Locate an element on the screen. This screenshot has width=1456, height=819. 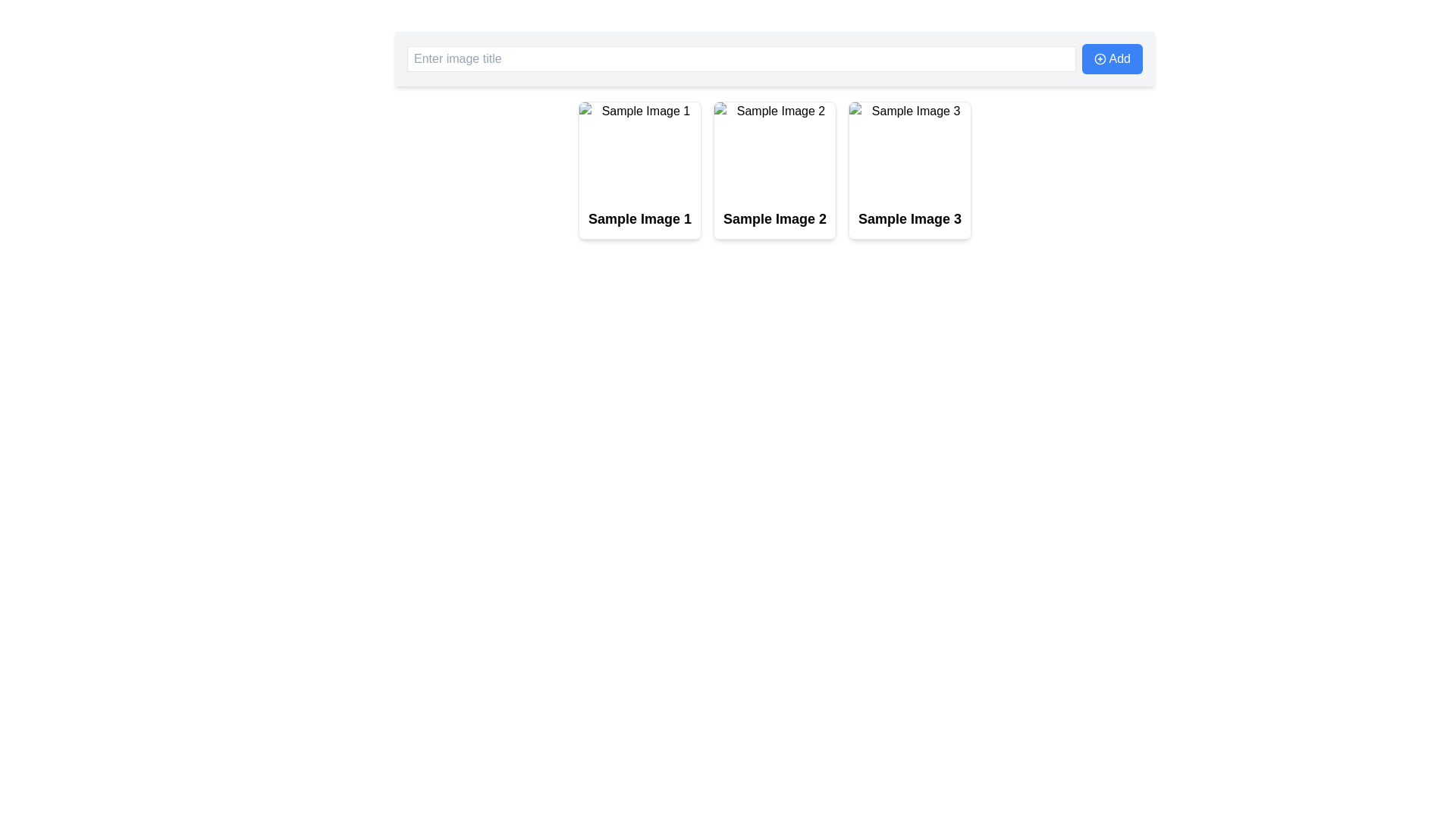
the text label with bold, black text reading 'Sample Image 2' located at the lower section of a card is located at coordinates (775, 219).